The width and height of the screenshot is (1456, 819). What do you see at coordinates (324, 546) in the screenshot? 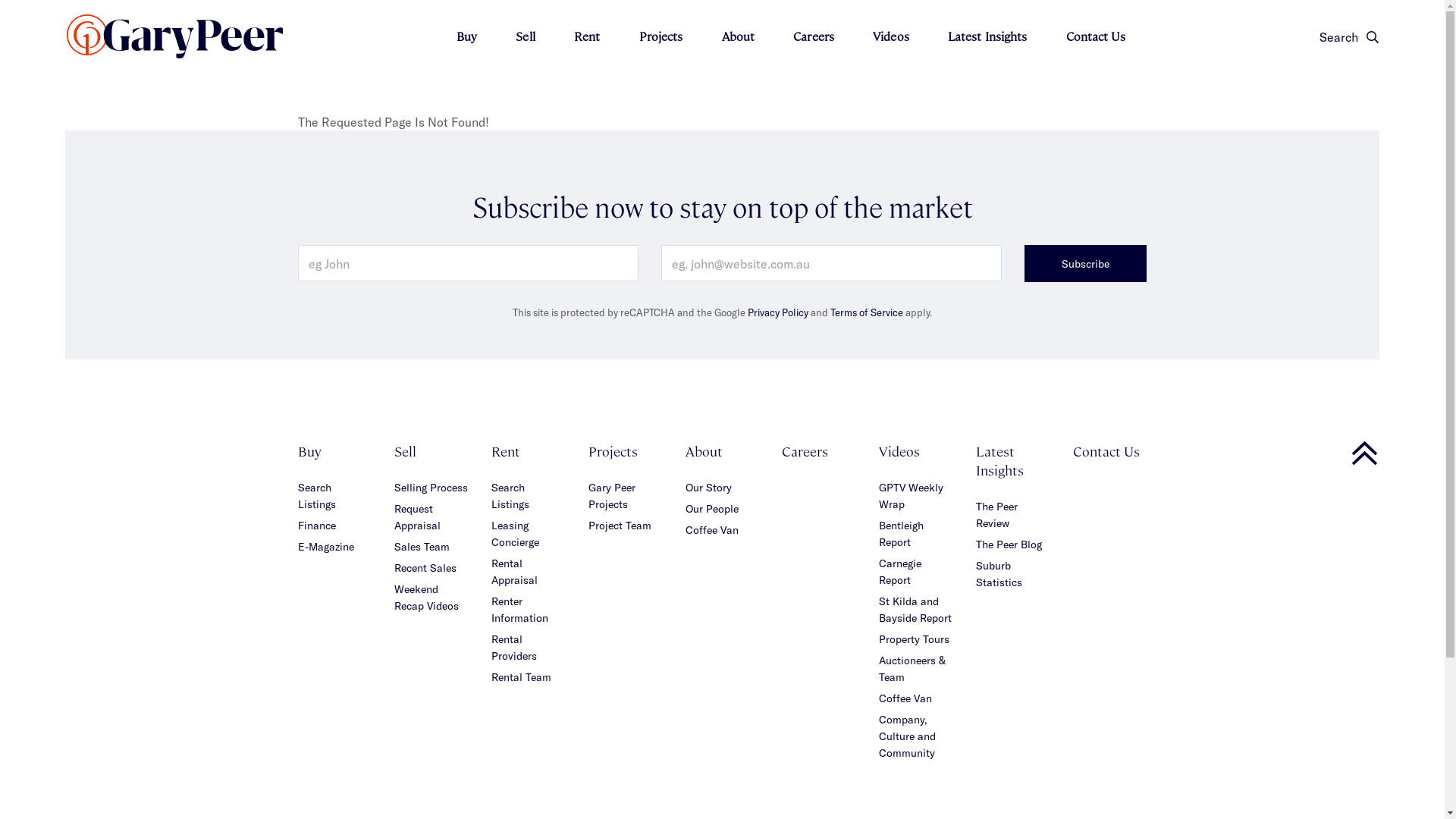
I see `'E-Magazine'` at bounding box center [324, 546].